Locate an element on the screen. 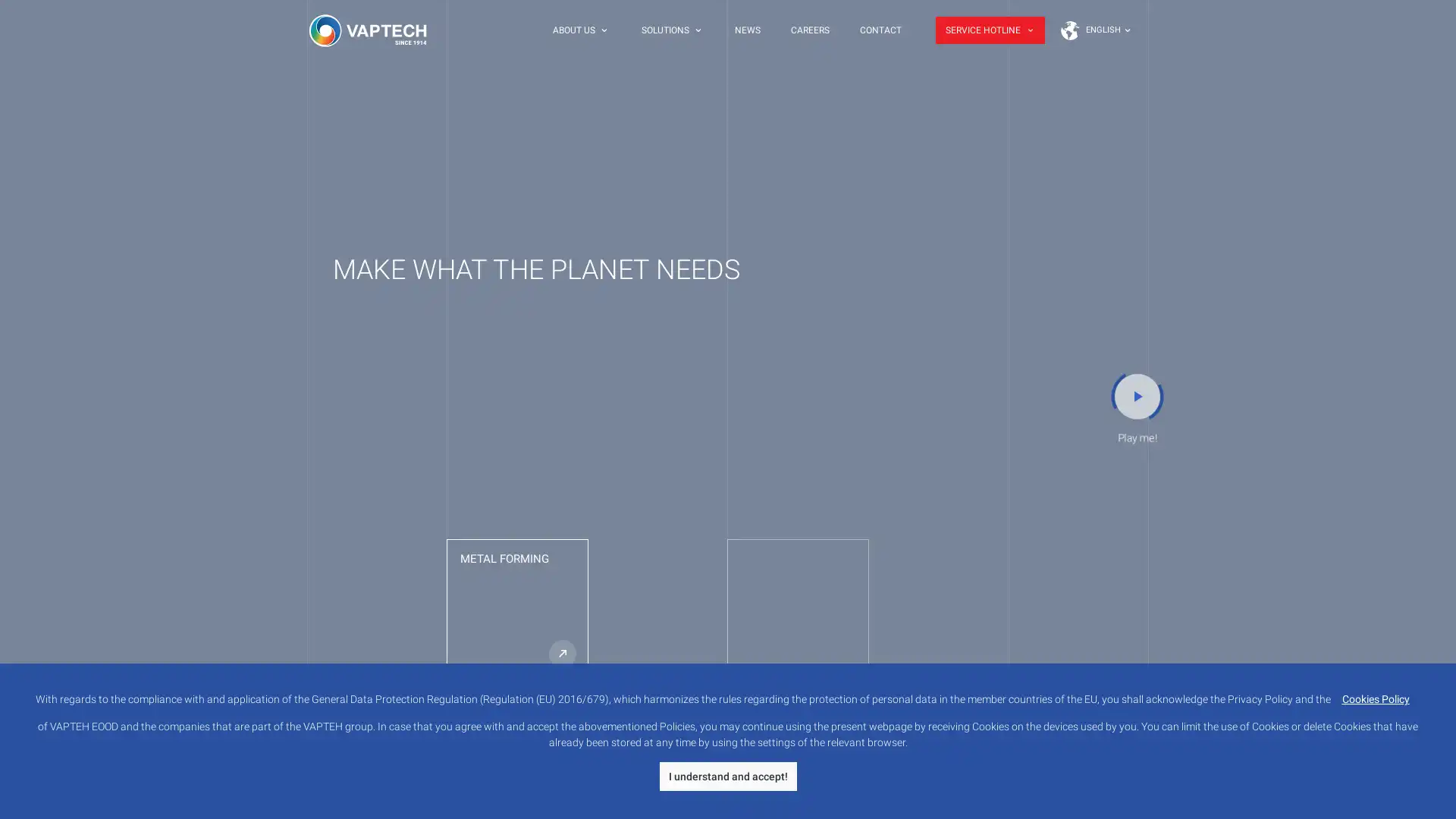 Image resolution: width=1456 pixels, height=819 pixels. ABOUT US keyboard_arrow_down is located at coordinates (580, 30).